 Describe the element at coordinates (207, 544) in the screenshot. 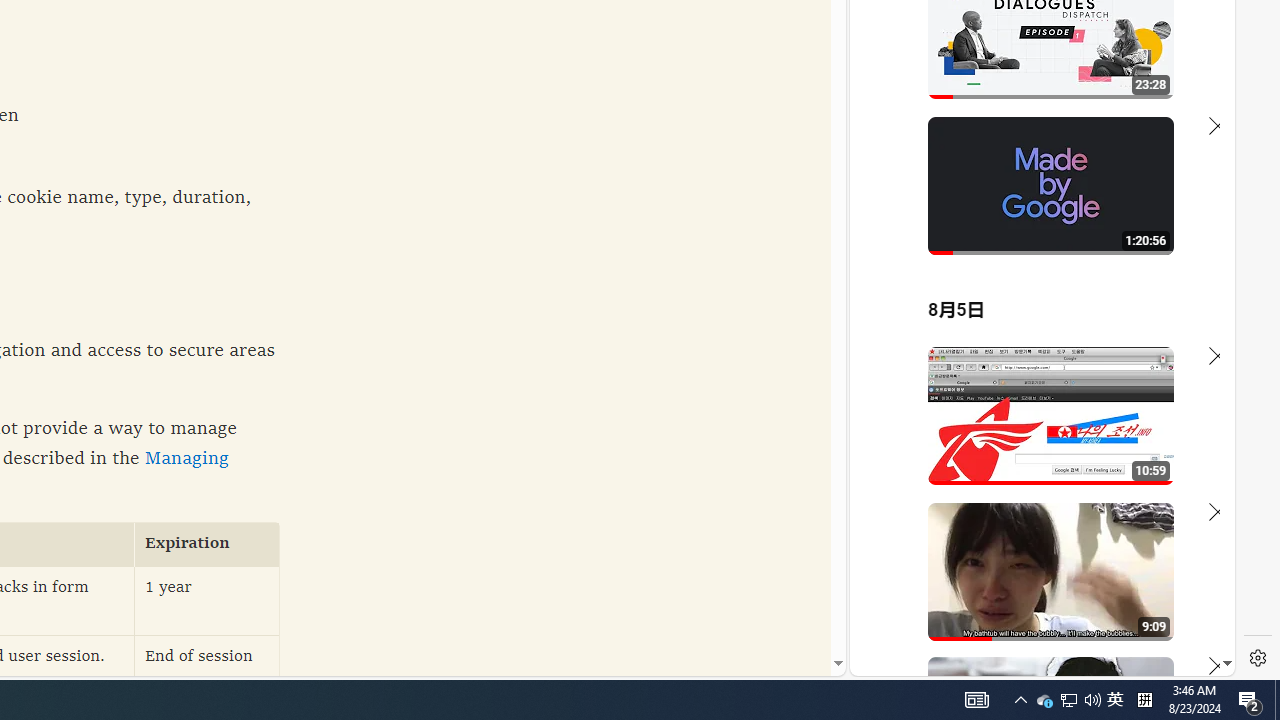

I see `'Expiration'` at that location.